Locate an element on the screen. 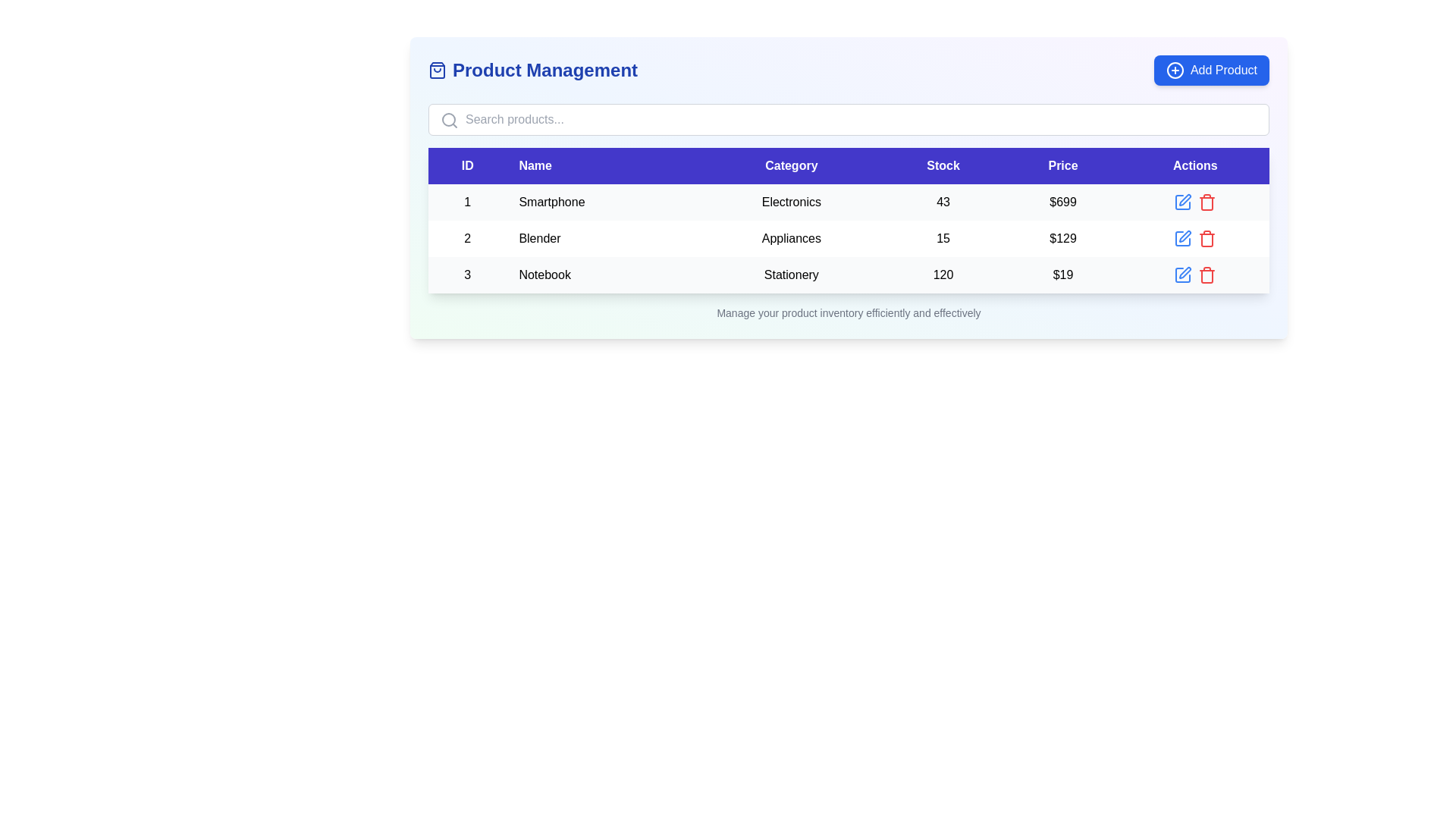 This screenshot has width=1456, height=819. the 'Category' header label in the table, which is the third label in the sequence of horizontal labels including 'ID', 'Name', 'Category', 'Stock', 'Price', and 'Actions' is located at coordinates (790, 166).